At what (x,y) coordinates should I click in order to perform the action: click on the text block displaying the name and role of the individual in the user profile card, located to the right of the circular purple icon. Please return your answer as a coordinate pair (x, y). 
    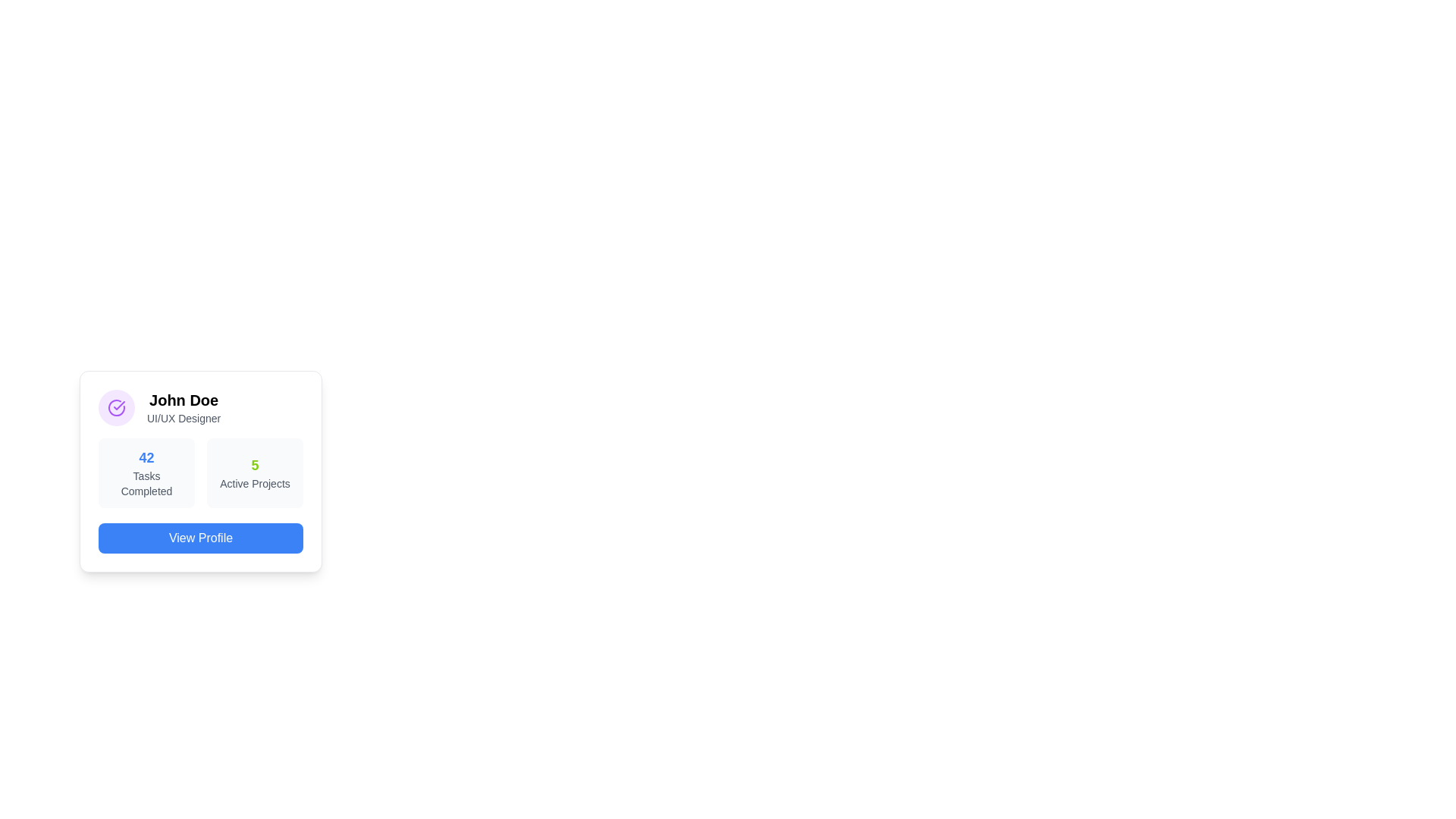
    Looking at the image, I should click on (183, 406).